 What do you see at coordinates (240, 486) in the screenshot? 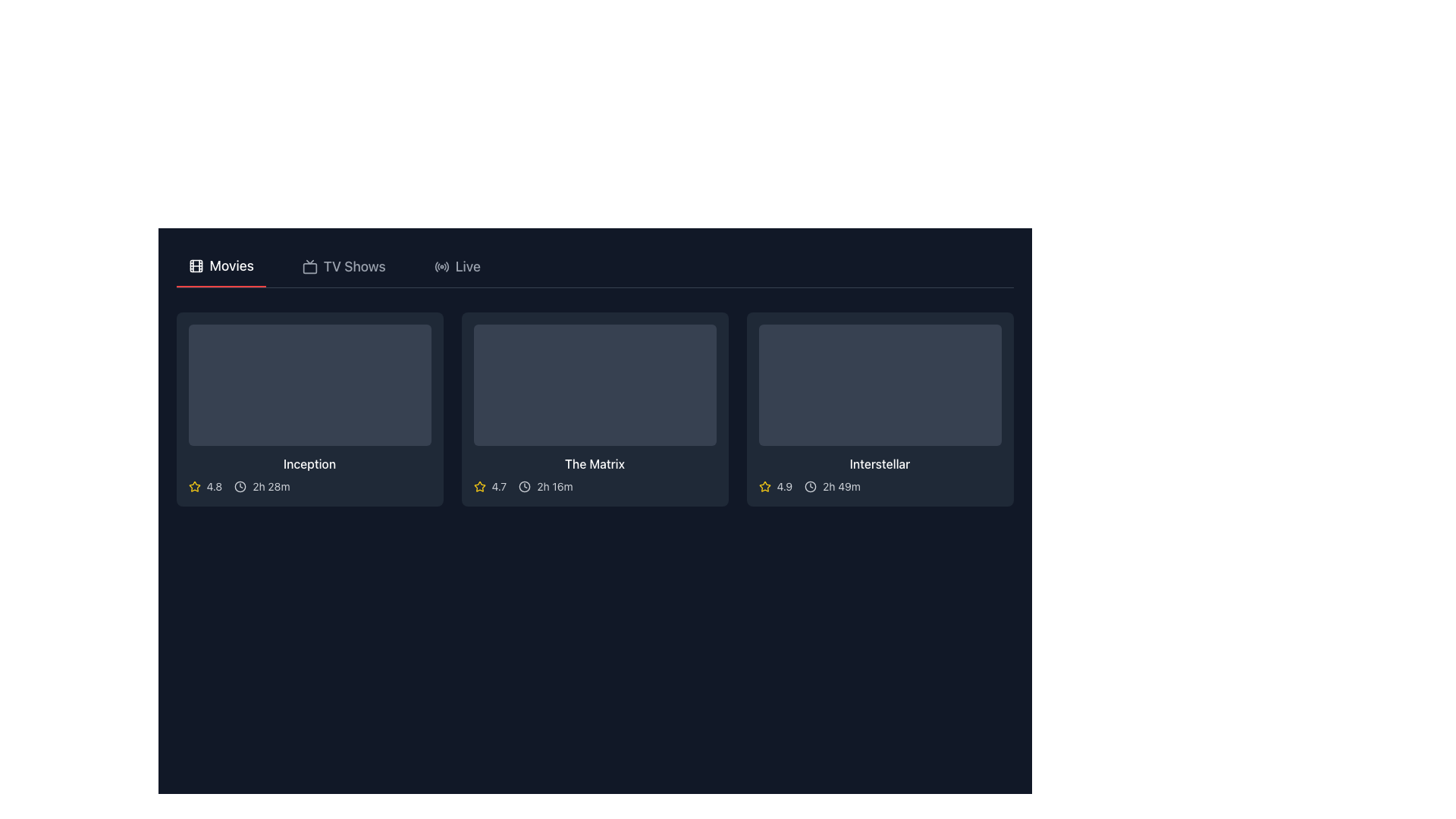
I see `the SVG Circle Element within the clock icon of the 'Inception' movie information card, which is located after the star rating and before the duration text` at bounding box center [240, 486].